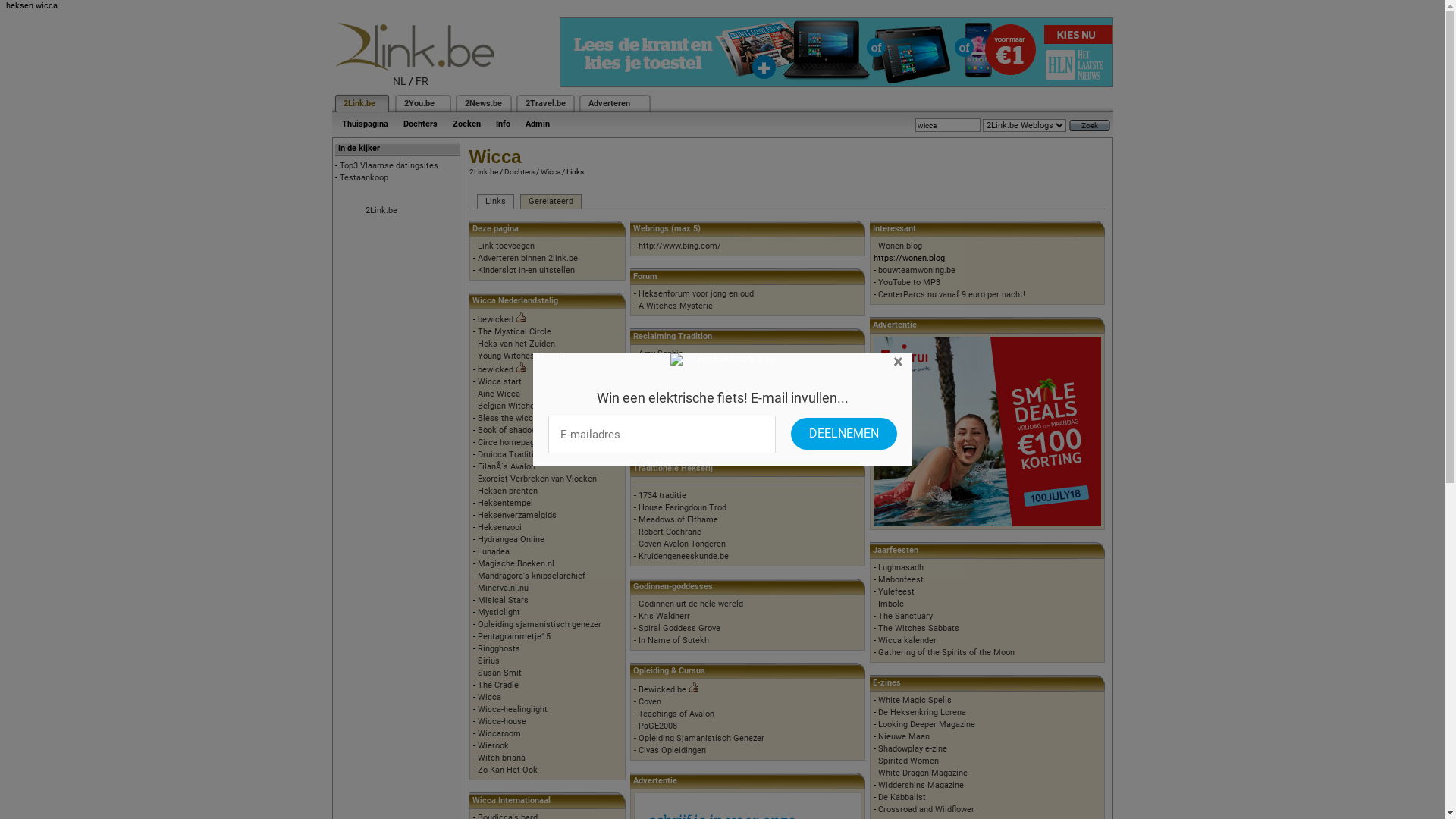 The image size is (1456, 819). What do you see at coordinates (544, 102) in the screenshot?
I see `'2Travel.be'` at bounding box center [544, 102].